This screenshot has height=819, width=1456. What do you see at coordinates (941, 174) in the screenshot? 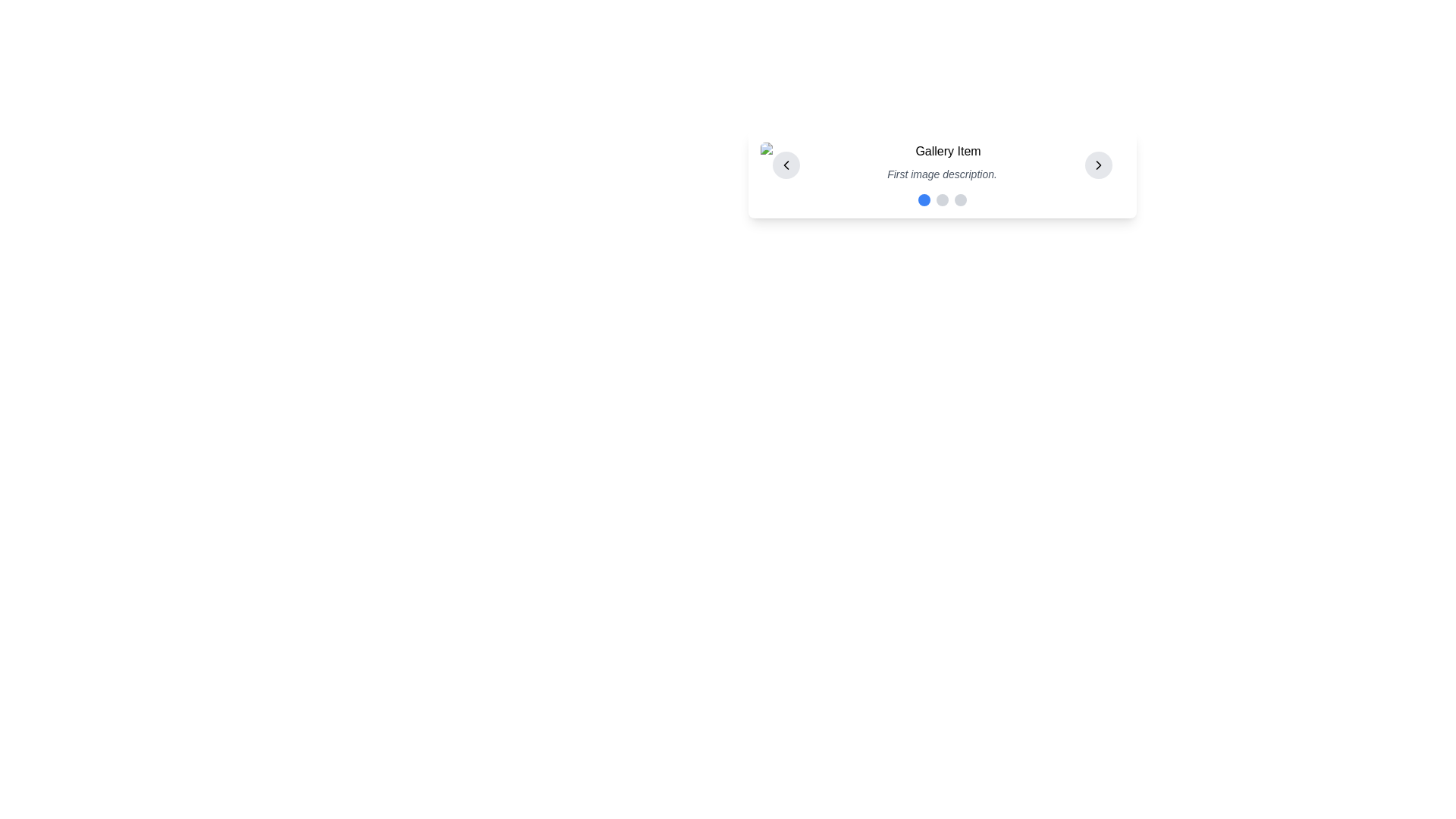
I see `the static text label that provides a descriptive caption for the gallery item, located centrally below the 'Gallery Item' title and above the navigable indicator dots` at bounding box center [941, 174].